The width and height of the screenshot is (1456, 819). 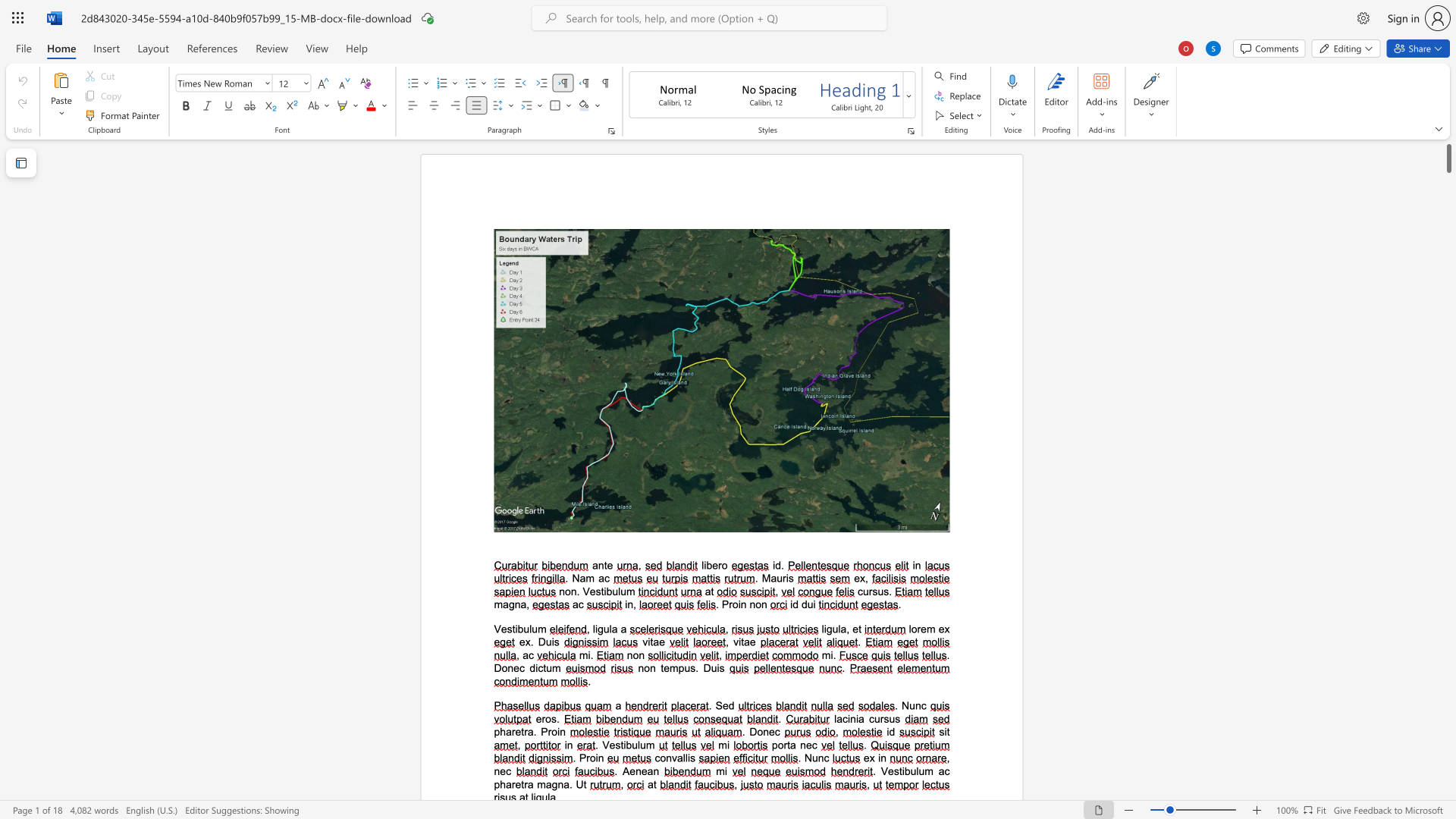 What do you see at coordinates (588, 591) in the screenshot?
I see `the space between the continuous character "V" and "e" in the text` at bounding box center [588, 591].